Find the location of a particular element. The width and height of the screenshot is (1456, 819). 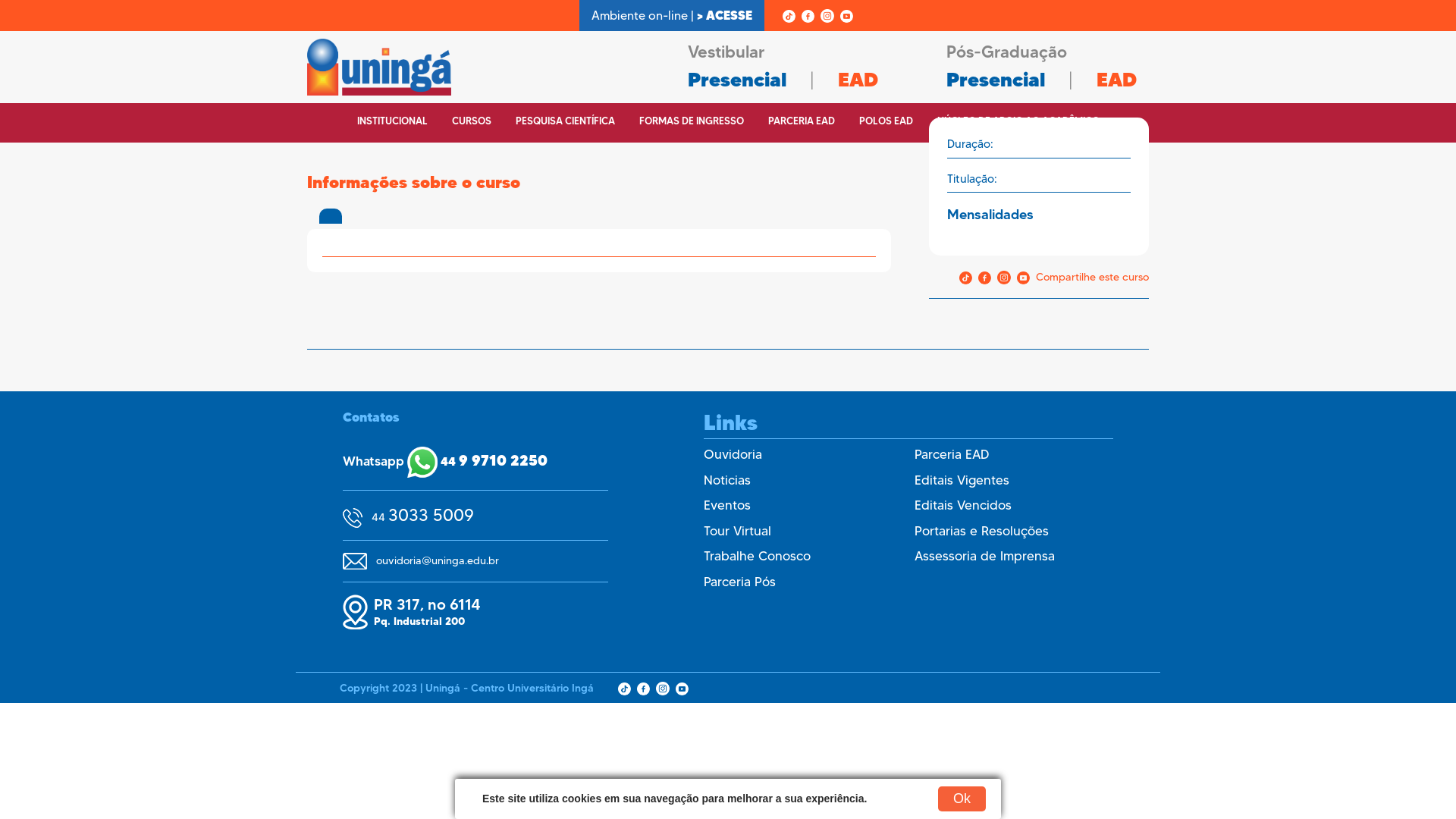

'Noticias' is located at coordinates (802, 480).